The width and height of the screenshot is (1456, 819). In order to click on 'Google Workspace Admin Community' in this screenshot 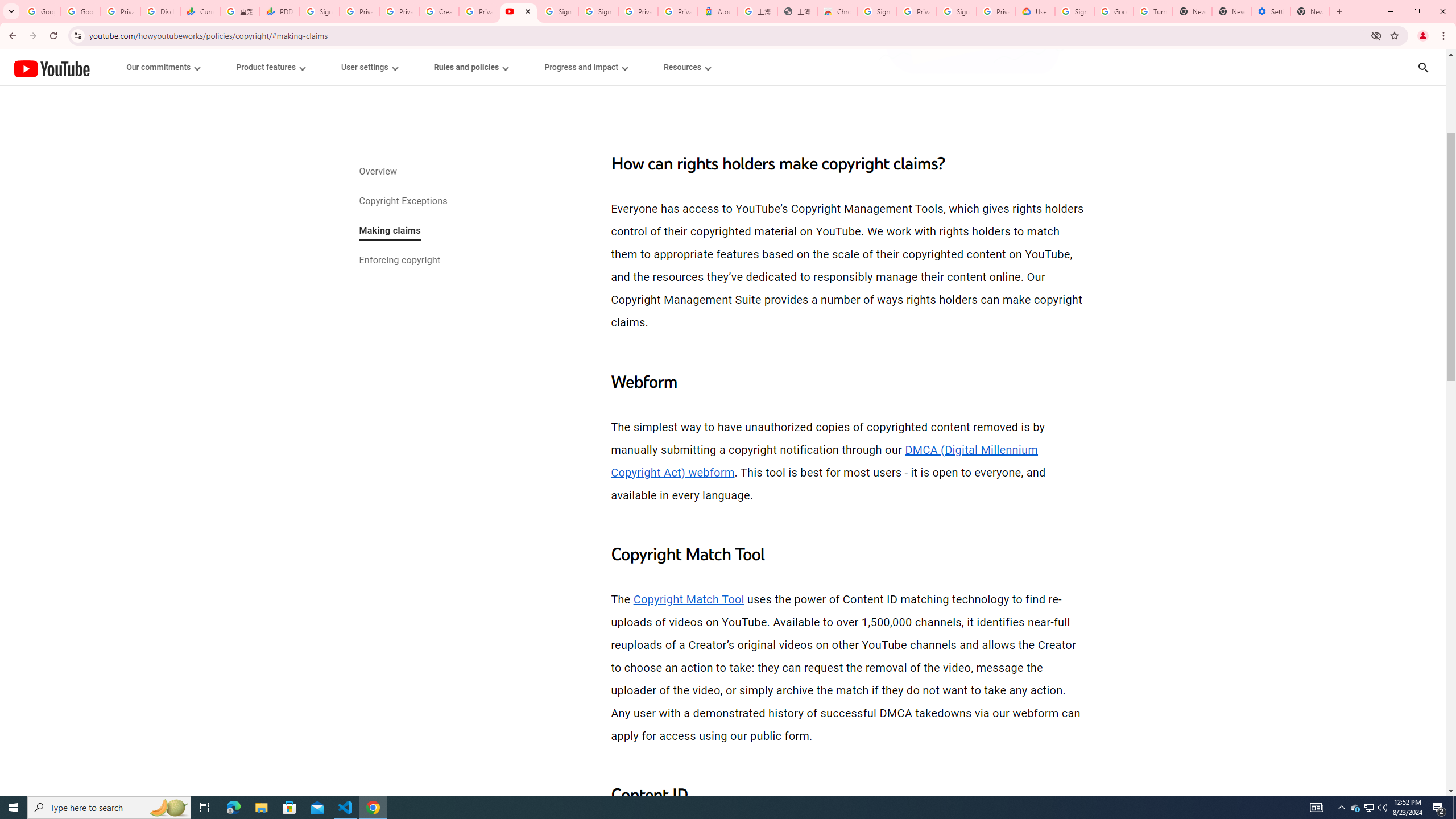, I will do `click(40, 11)`.